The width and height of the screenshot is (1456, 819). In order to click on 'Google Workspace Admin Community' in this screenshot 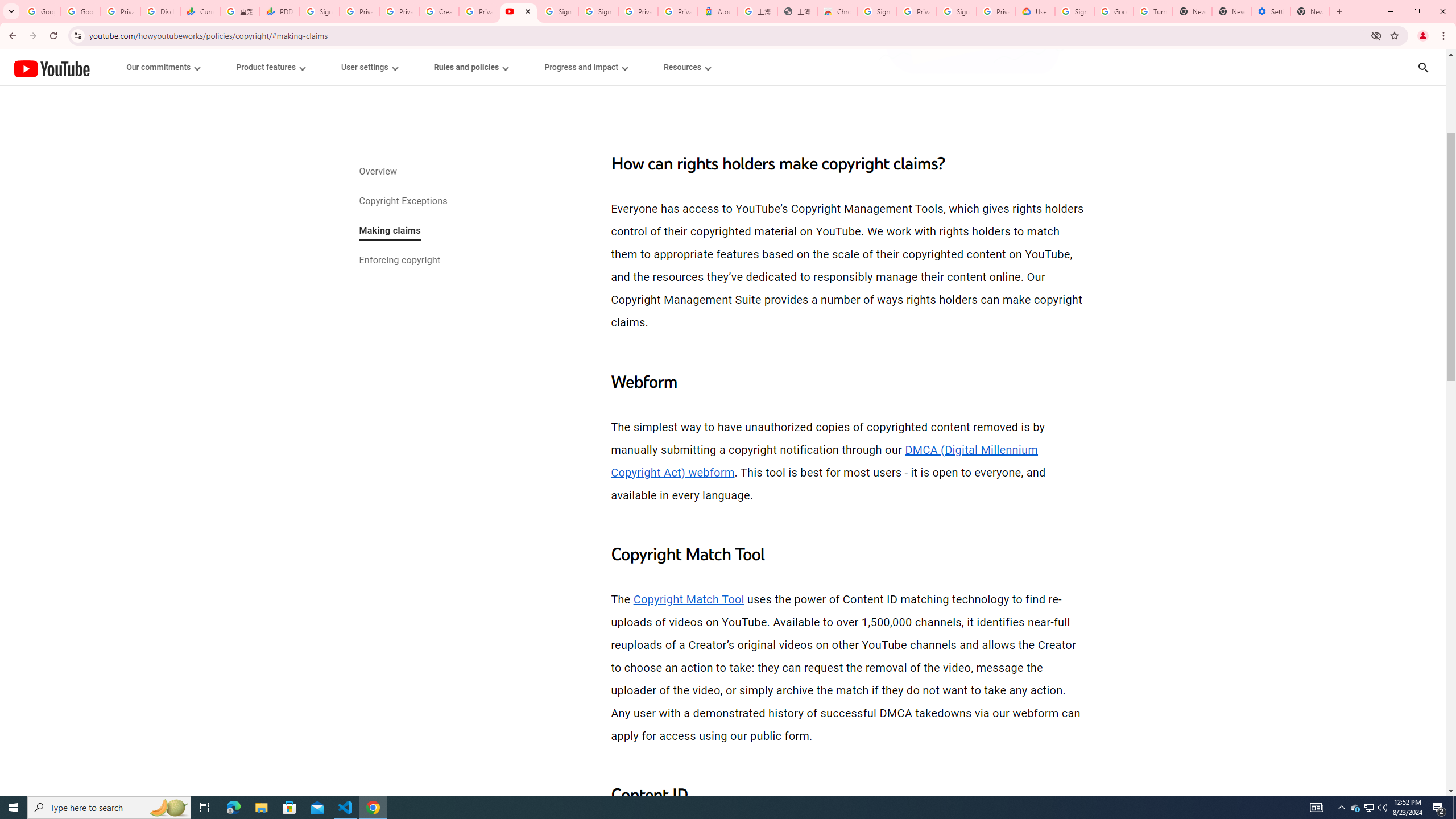, I will do `click(40, 11)`.